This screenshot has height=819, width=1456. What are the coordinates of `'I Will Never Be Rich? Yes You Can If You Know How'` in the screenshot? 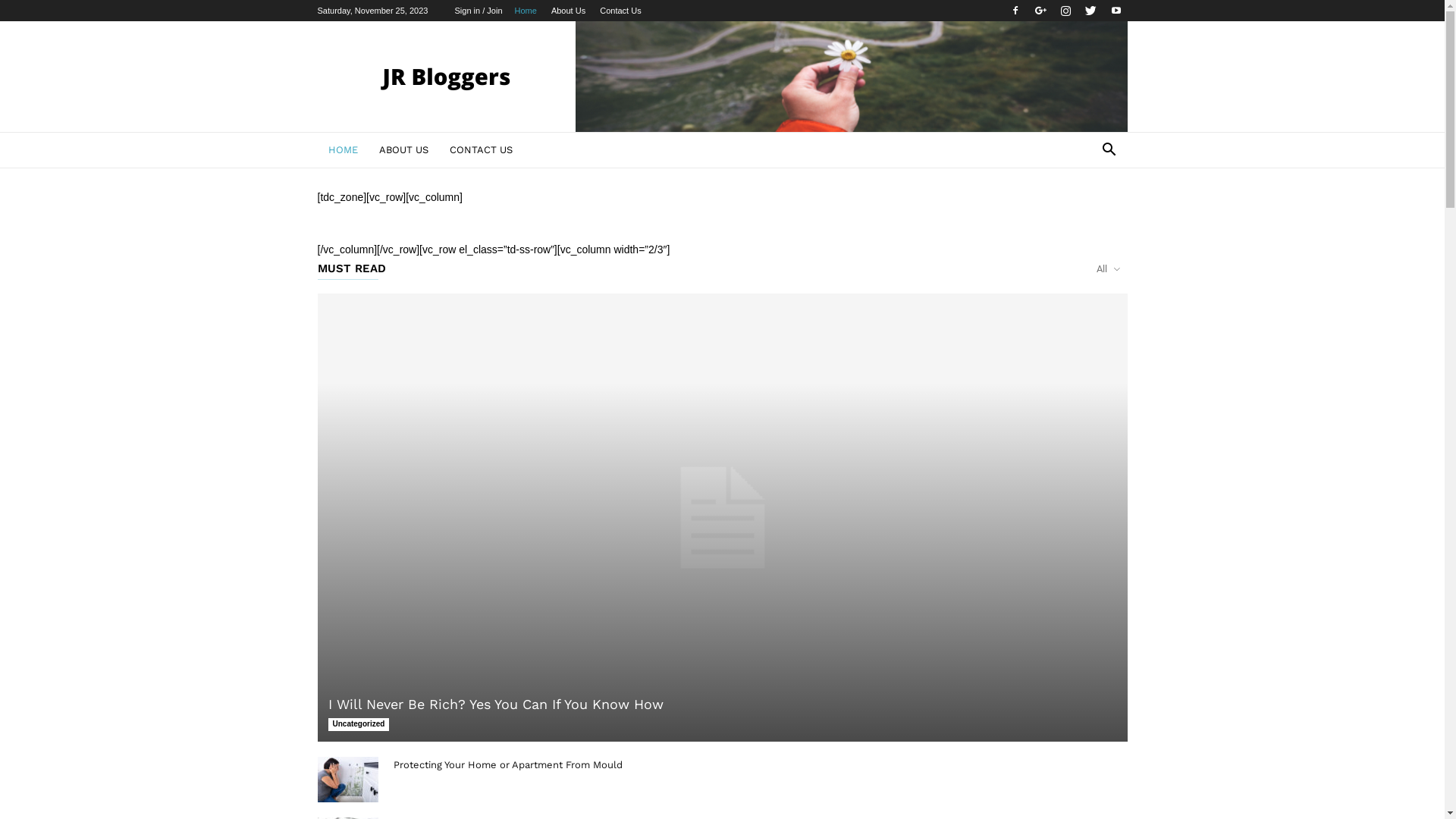 It's located at (494, 704).